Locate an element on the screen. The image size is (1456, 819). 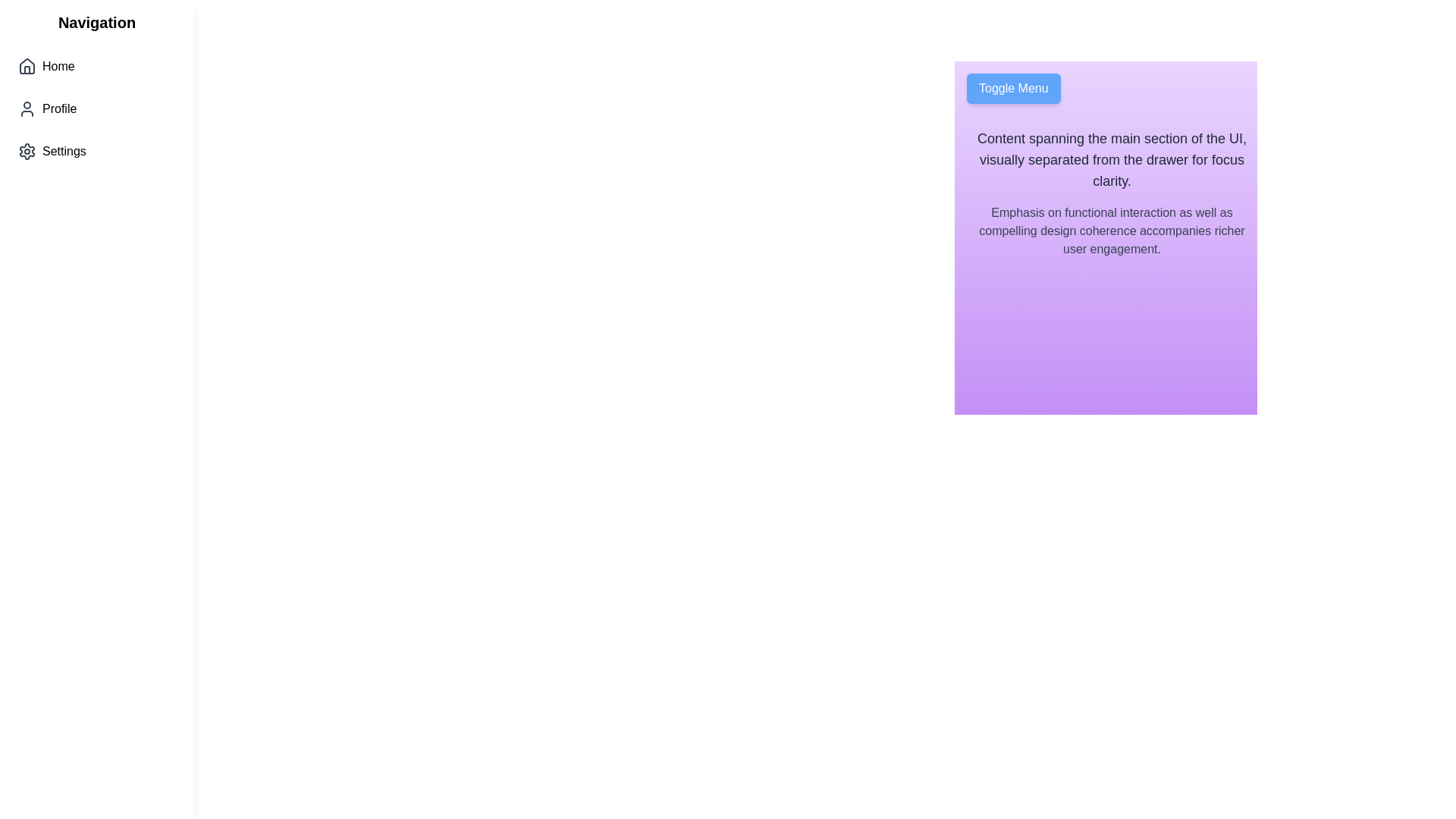
the Navigation Menu items labeled 'Home', 'Profile', and 'Settings' is located at coordinates (96, 108).